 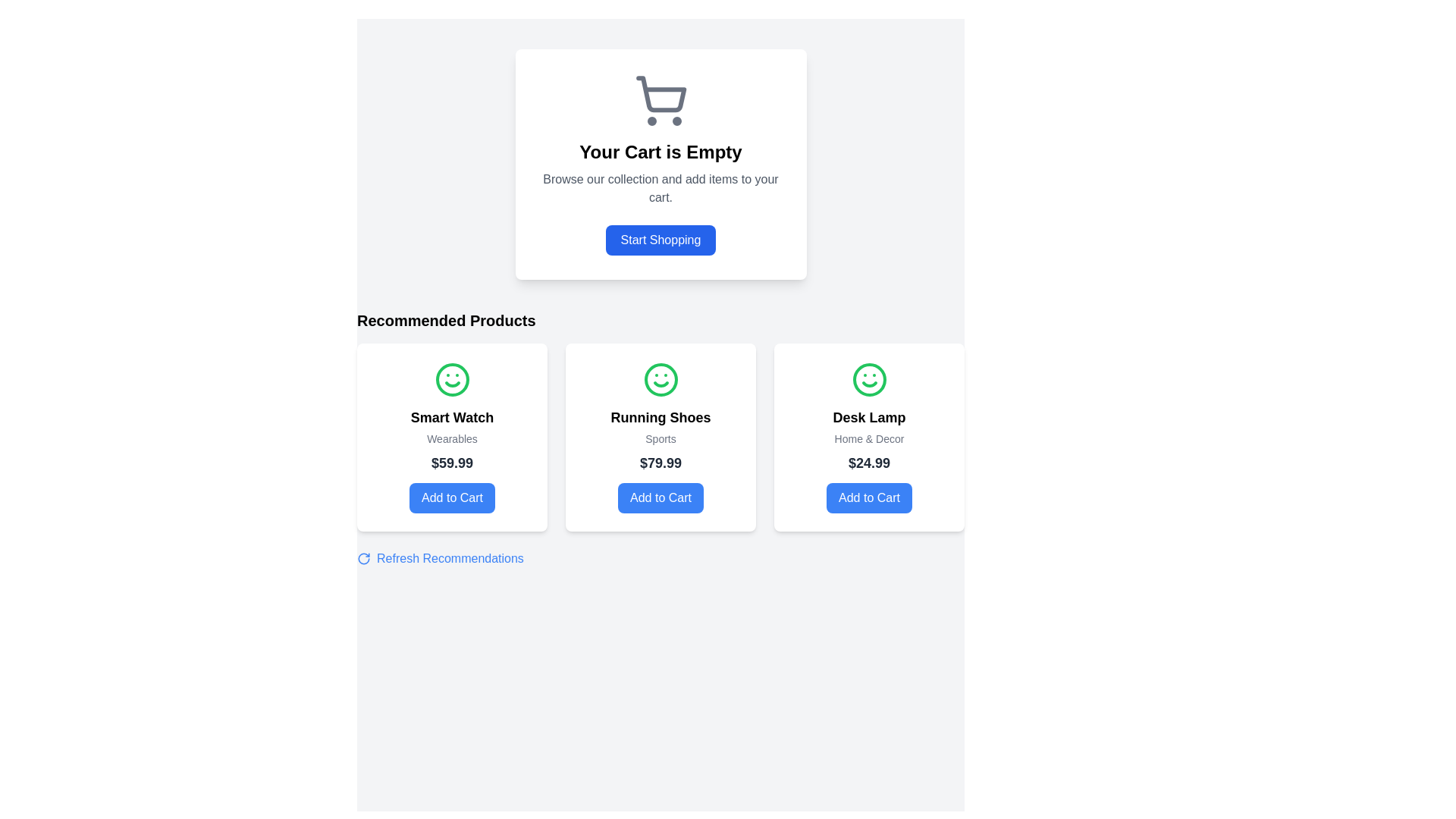 What do you see at coordinates (439, 558) in the screenshot?
I see `the clickable link with an icon located at the bottom of the 'Recommended Products' section` at bounding box center [439, 558].